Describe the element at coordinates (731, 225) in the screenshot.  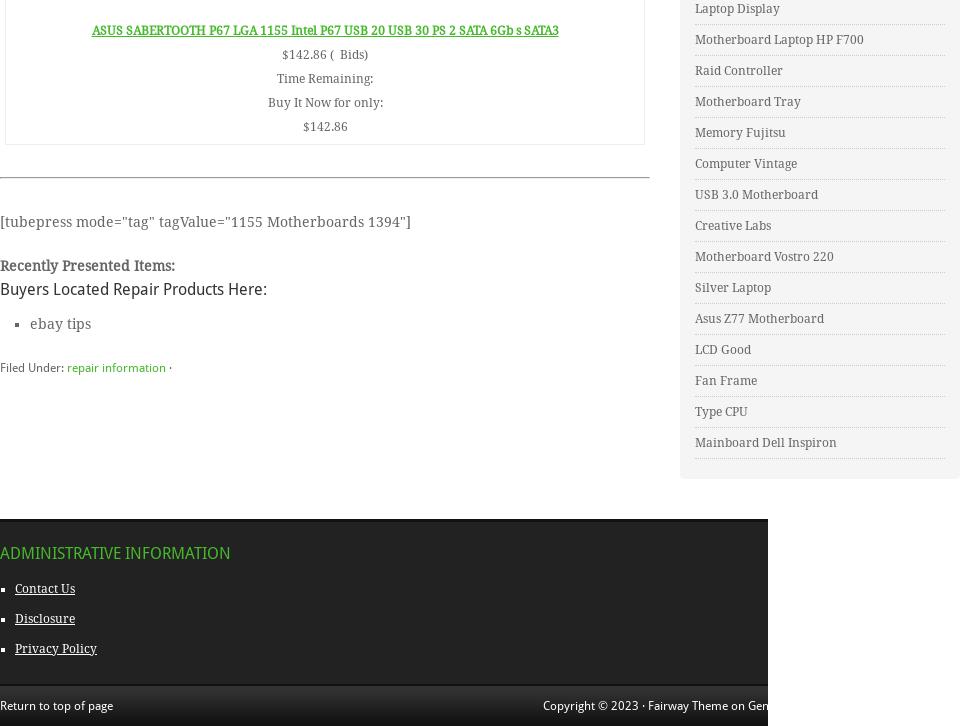
I see `'Creative Labs'` at that location.